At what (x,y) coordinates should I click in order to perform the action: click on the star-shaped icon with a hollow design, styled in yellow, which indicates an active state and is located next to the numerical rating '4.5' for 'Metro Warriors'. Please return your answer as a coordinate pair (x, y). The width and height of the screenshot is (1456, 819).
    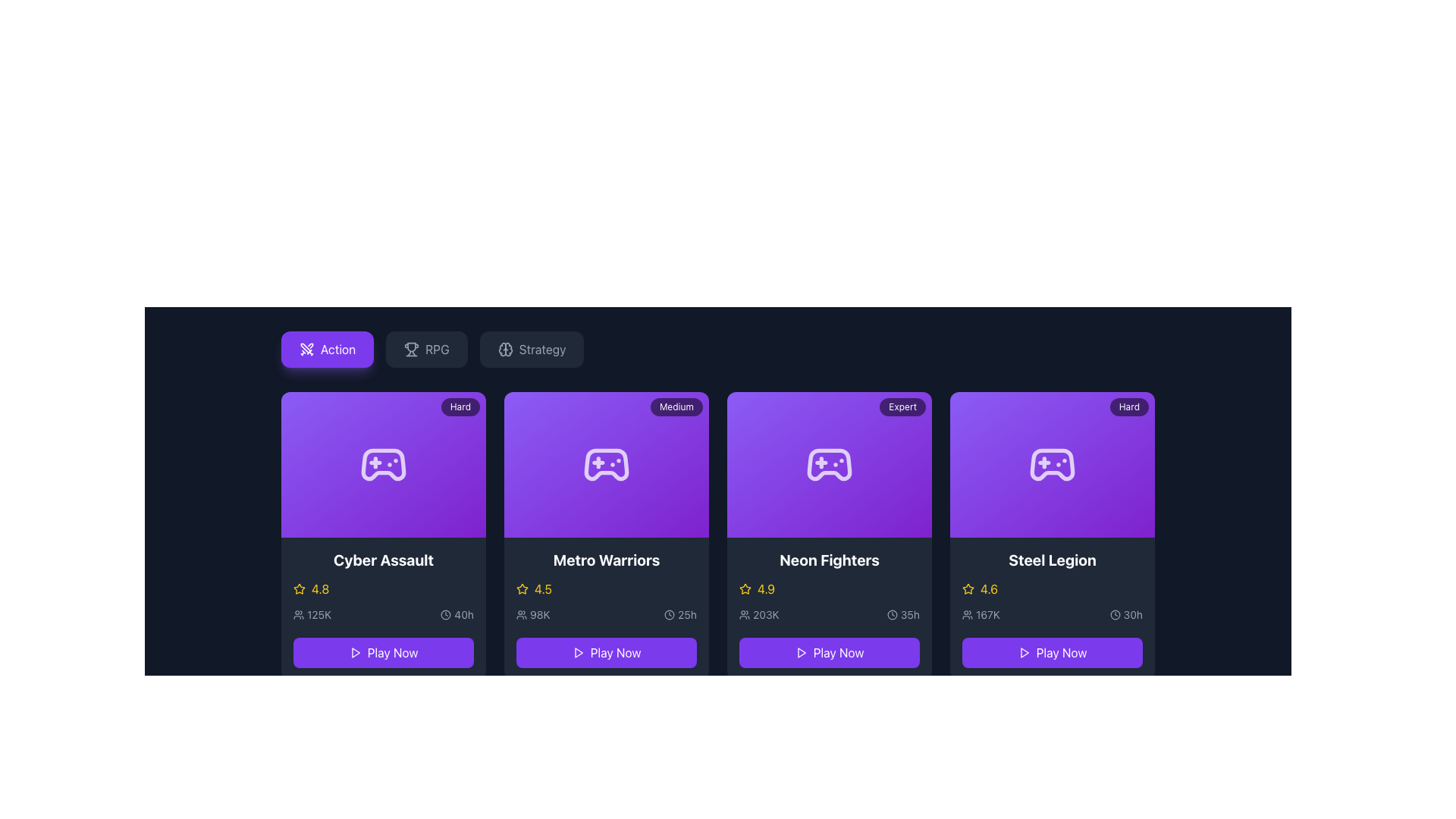
    Looking at the image, I should click on (522, 588).